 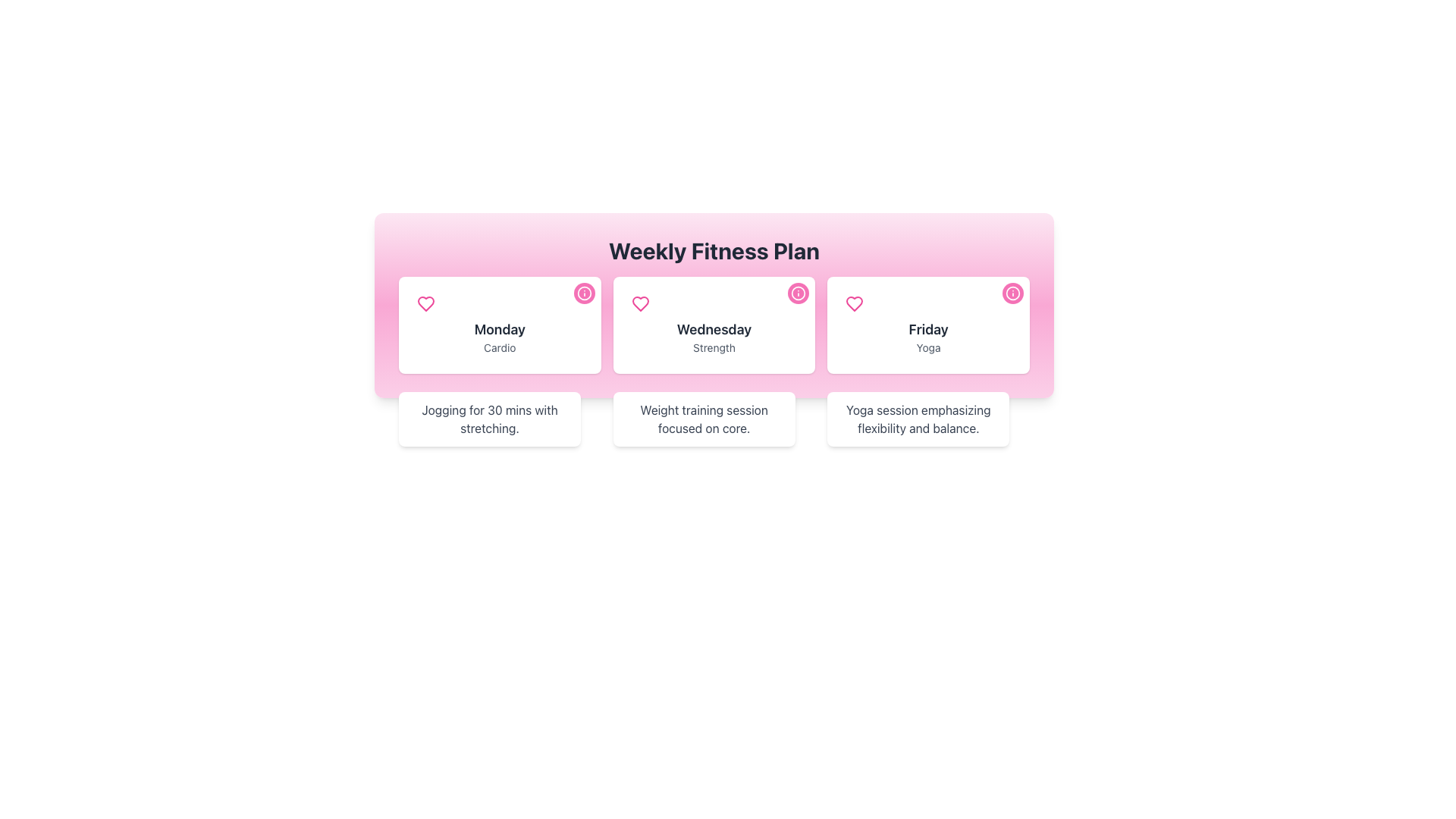 I want to click on the 'Cardio' text label, which is a smaller gray font located within the 'Monday' card, positioned directly below the 'Monday' header, so click(x=500, y=348).